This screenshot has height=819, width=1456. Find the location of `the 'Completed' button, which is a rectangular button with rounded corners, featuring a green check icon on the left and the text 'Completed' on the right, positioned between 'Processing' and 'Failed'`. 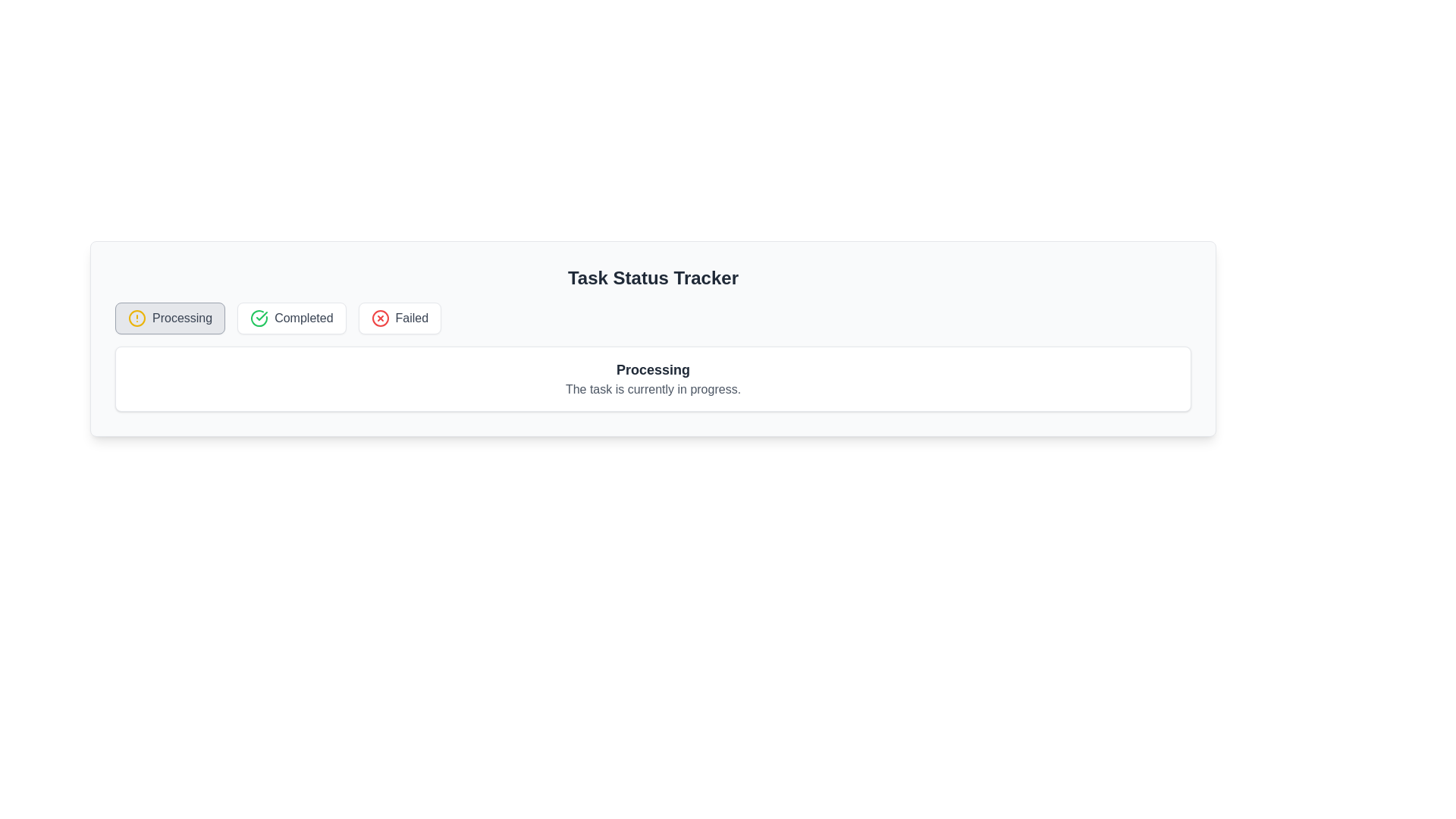

the 'Completed' button, which is a rectangular button with rounded corners, featuring a green check icon on the left and the text 'Completed' on the right, positioned between 'Processing' and 'Failed' is located at coordinates (291, 318).